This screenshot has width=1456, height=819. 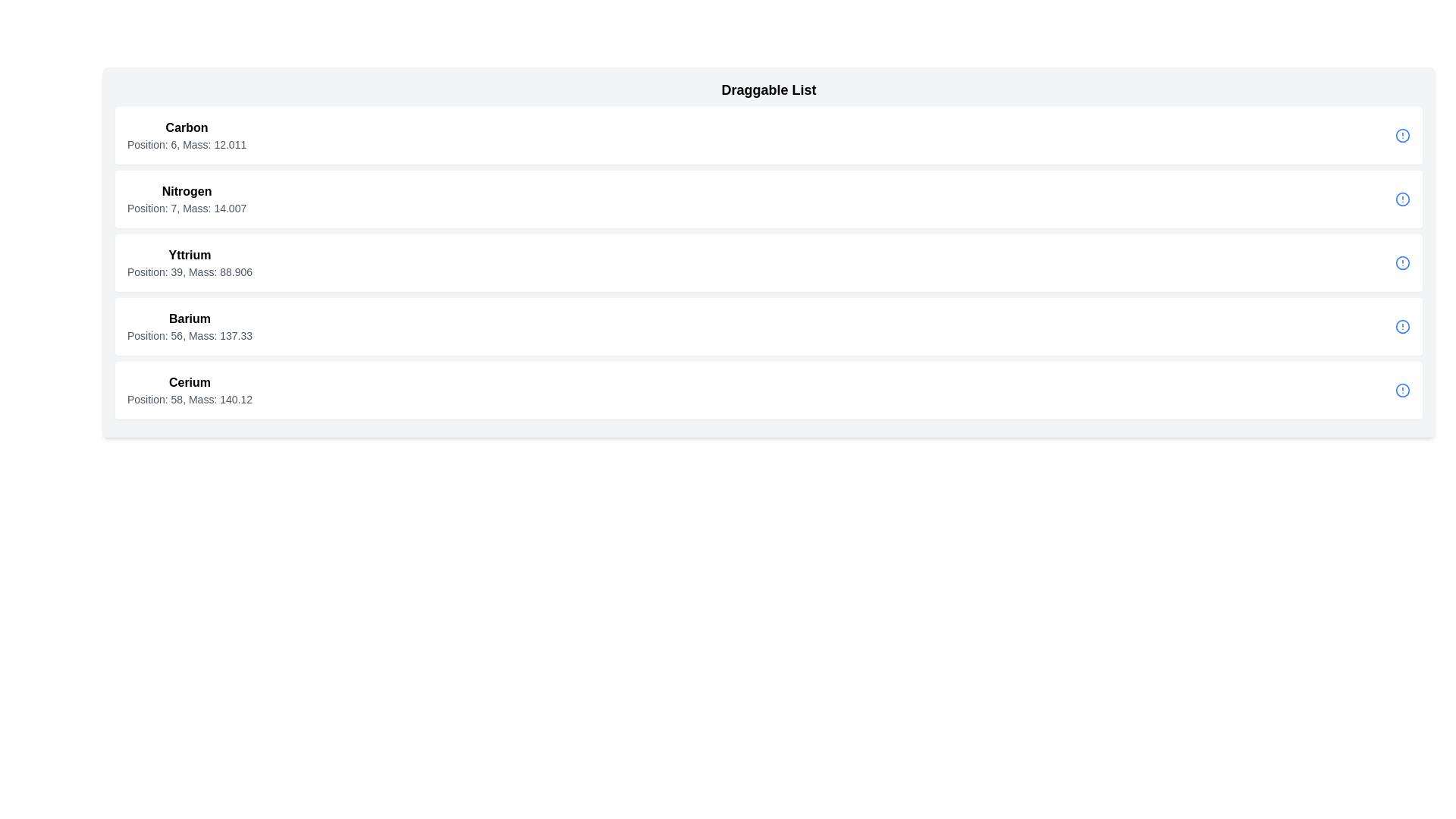 I want to click on the circular alert icon with a blue stroke, displaying an exclamation mark, positioned on the far right side of the row associated with 'Yttrium', so click(x=1401, y=262).